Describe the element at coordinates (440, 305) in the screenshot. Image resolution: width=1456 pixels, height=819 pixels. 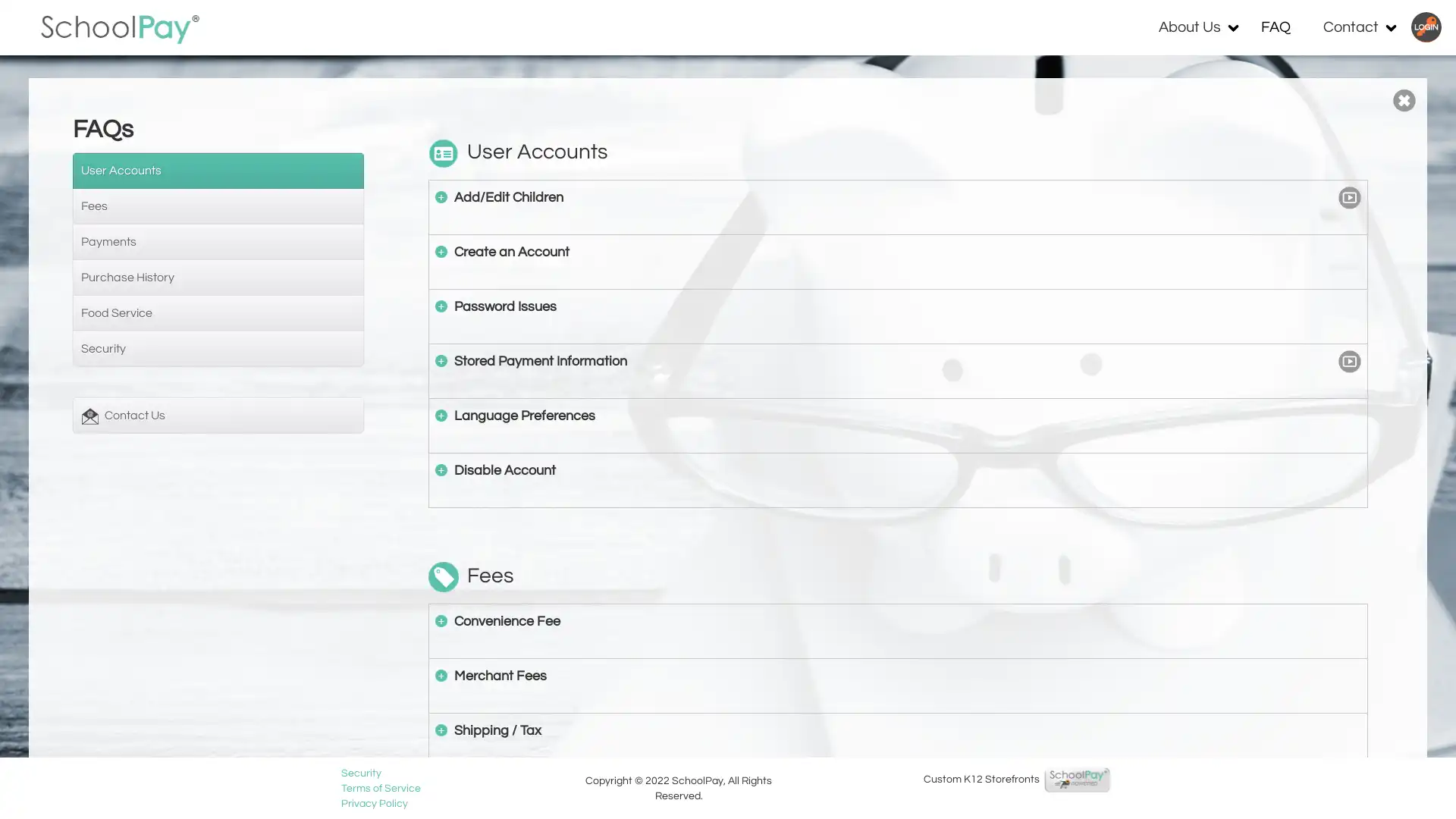
I see `Password Issues` at that location.